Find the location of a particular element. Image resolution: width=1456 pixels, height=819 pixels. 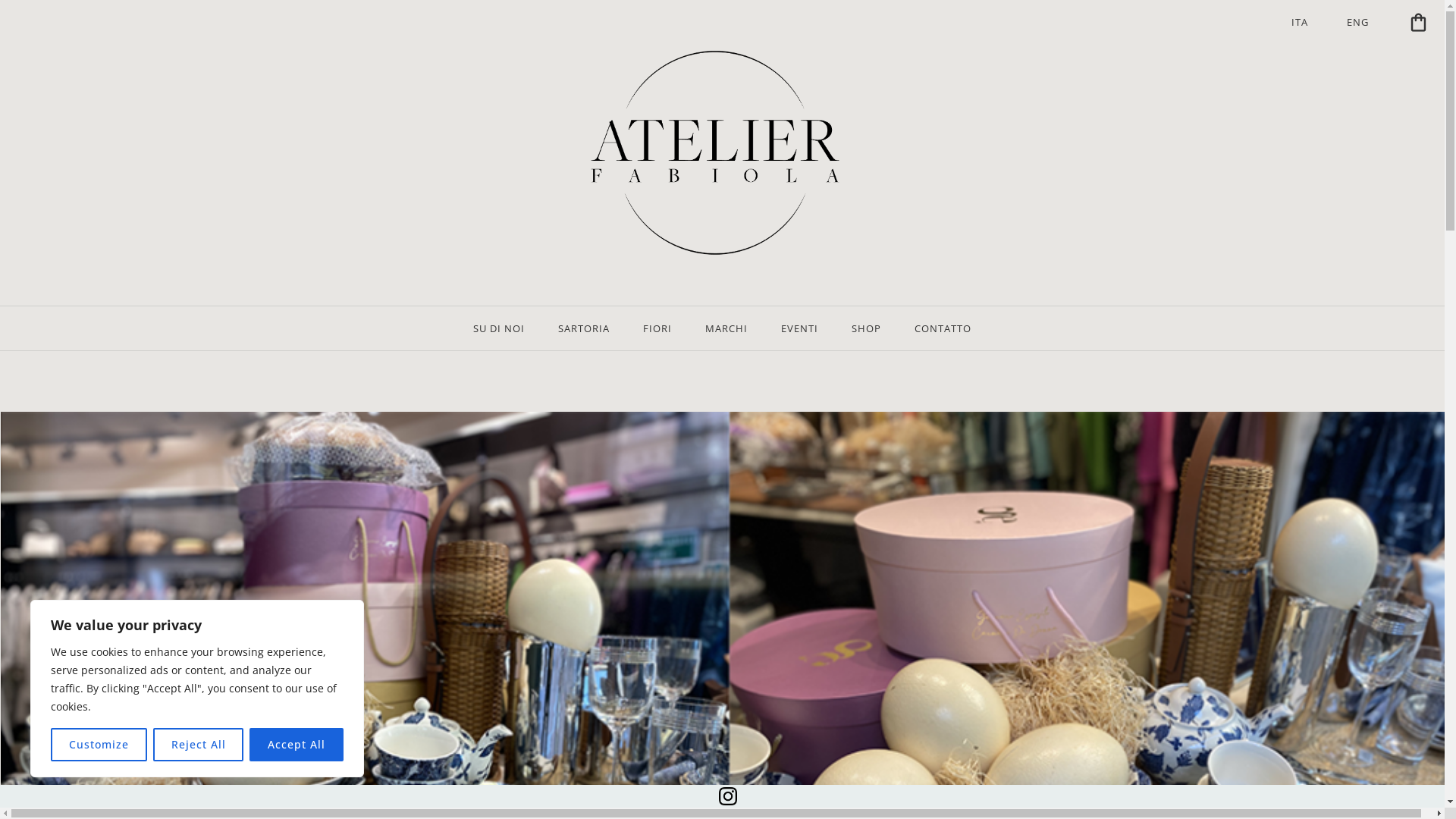

'ITA' is located at coordinates (1298, 22).